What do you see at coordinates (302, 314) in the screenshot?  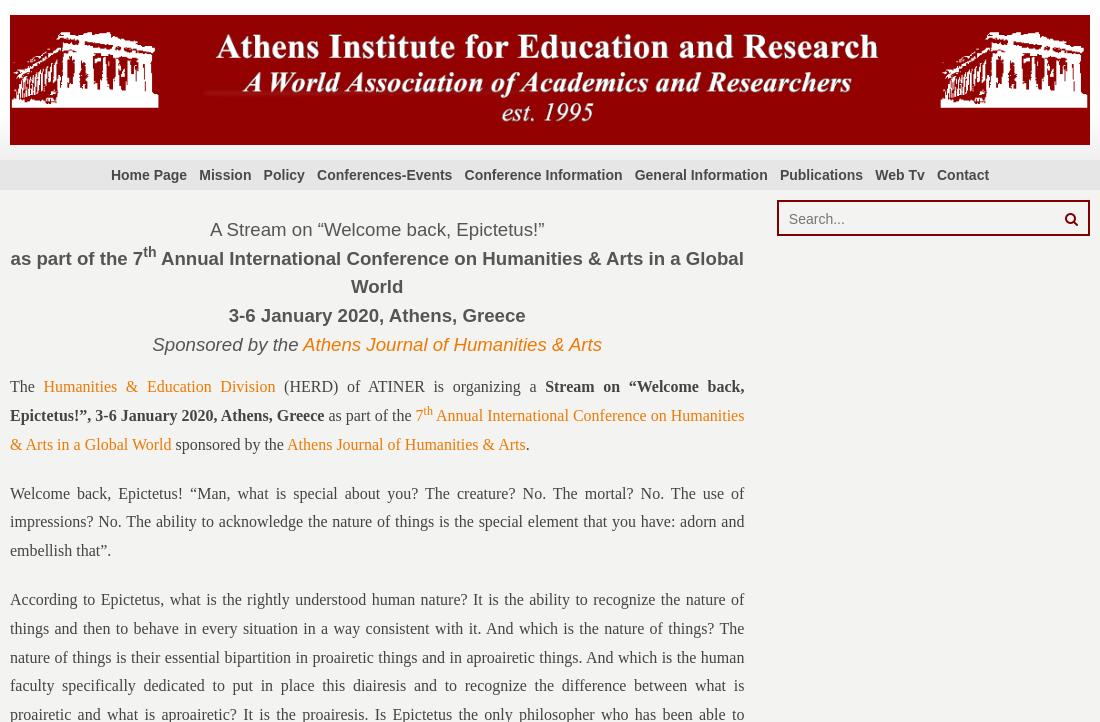 I see `'3-6 January 2020'` at bounding box center [302, 314].